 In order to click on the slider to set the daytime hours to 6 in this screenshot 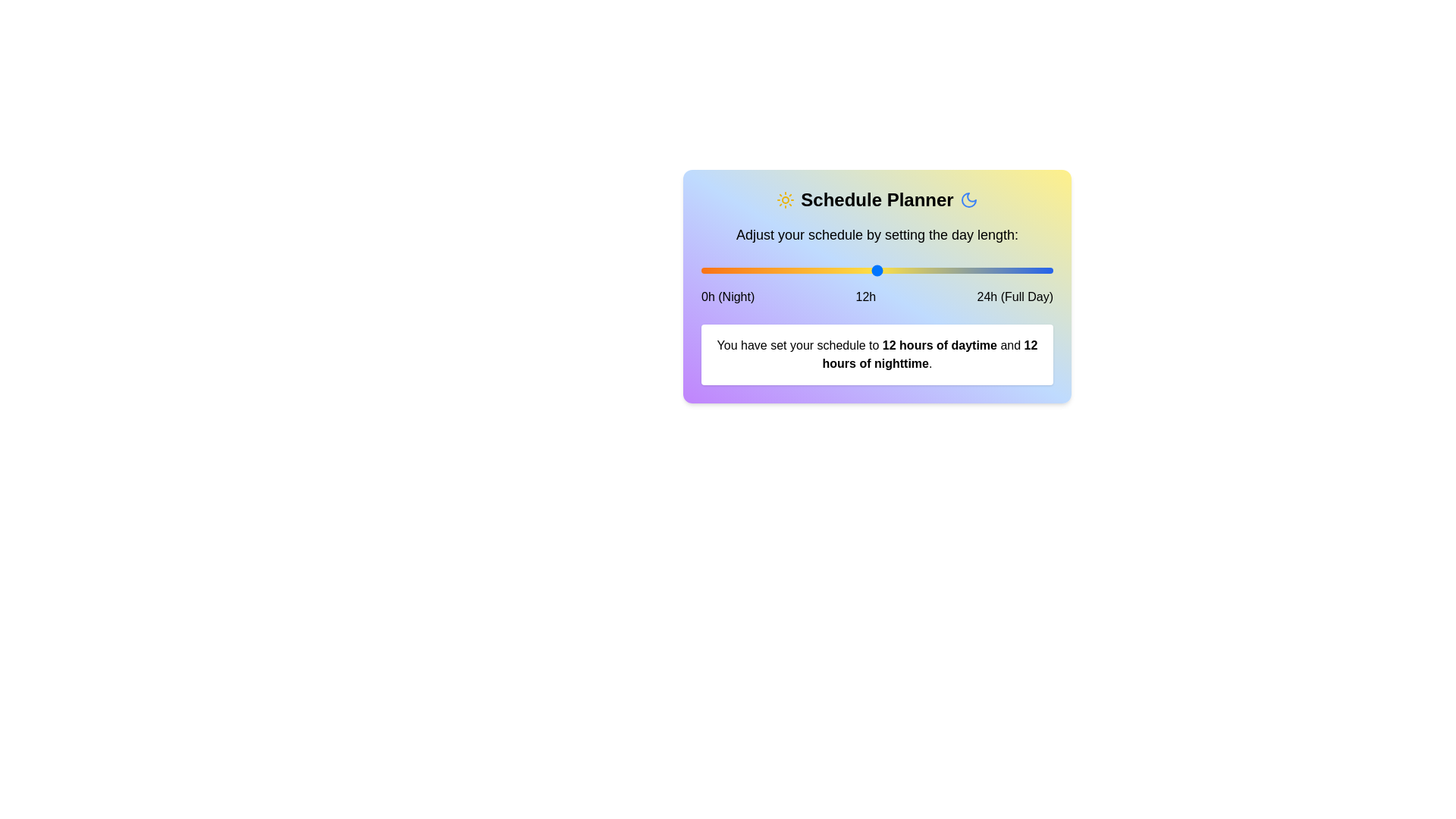, I will do `click(789, 270)`.